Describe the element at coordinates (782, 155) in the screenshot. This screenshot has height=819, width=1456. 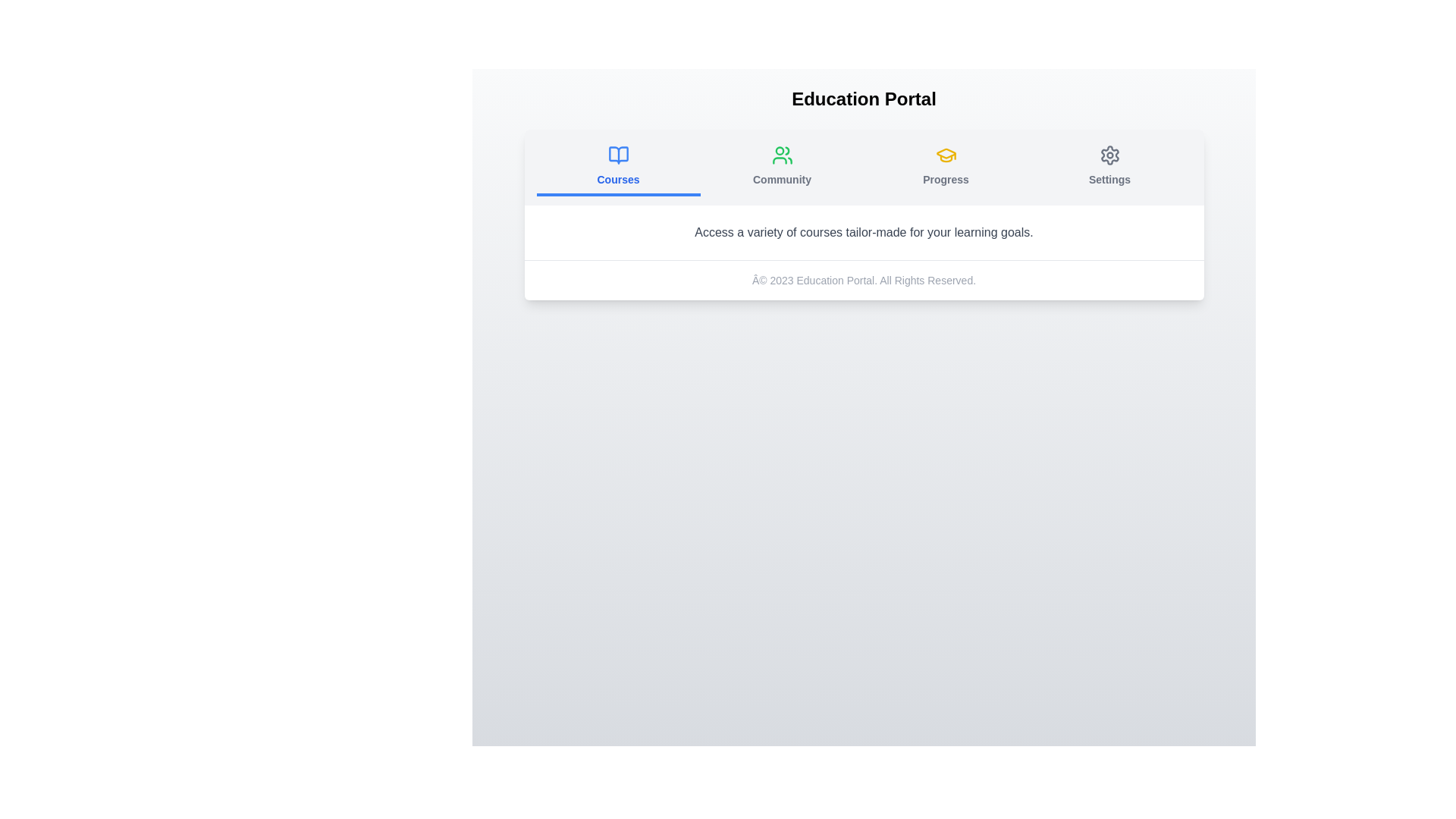
I see `the user group icon, which is styled in green and located above the 'Community' text` at that location.